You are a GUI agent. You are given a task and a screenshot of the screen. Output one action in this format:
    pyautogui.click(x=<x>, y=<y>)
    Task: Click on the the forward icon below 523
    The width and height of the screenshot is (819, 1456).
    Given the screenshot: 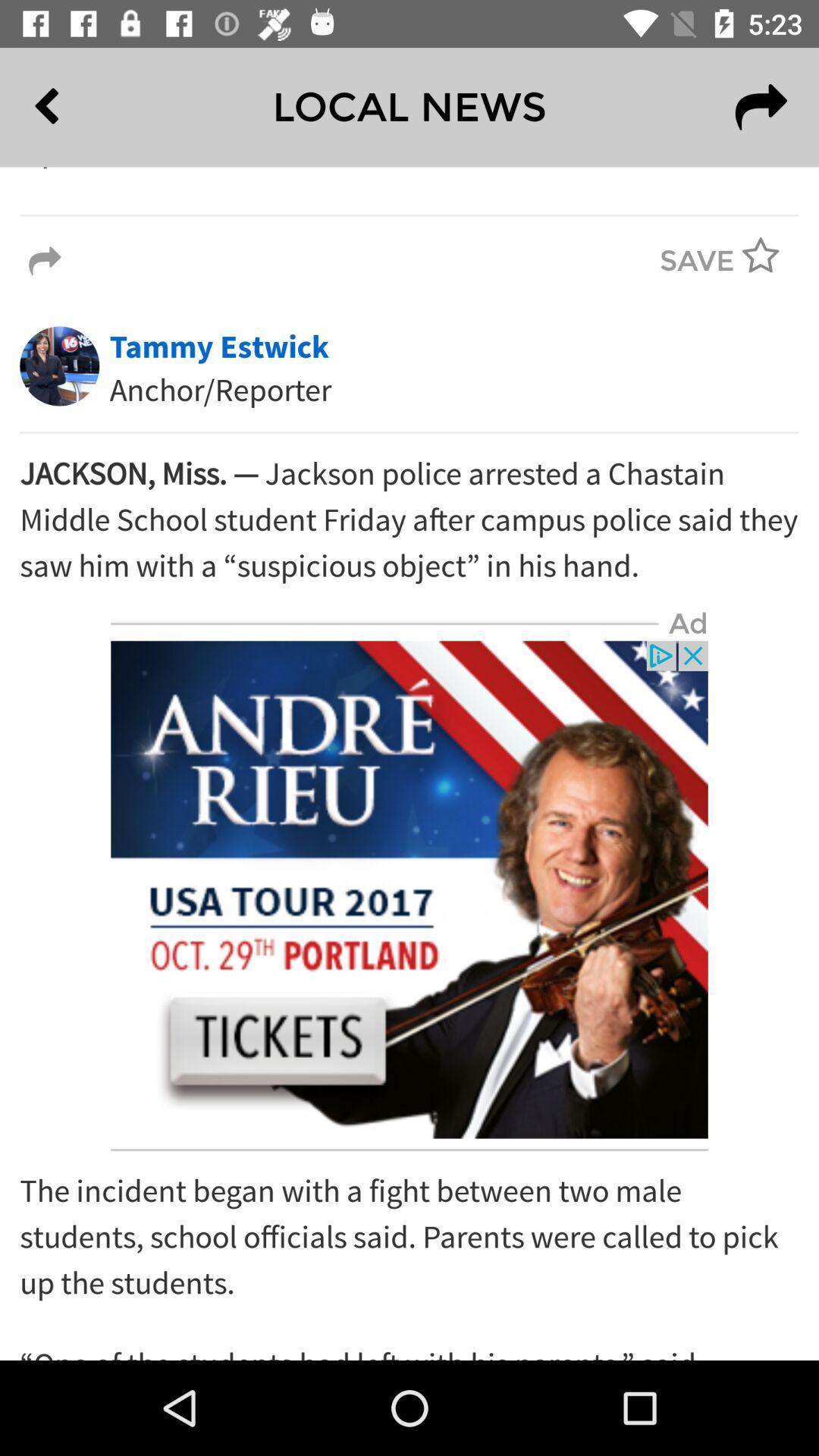 What is the action you would take?
    pyautogui.click(x=761, y=106)
    